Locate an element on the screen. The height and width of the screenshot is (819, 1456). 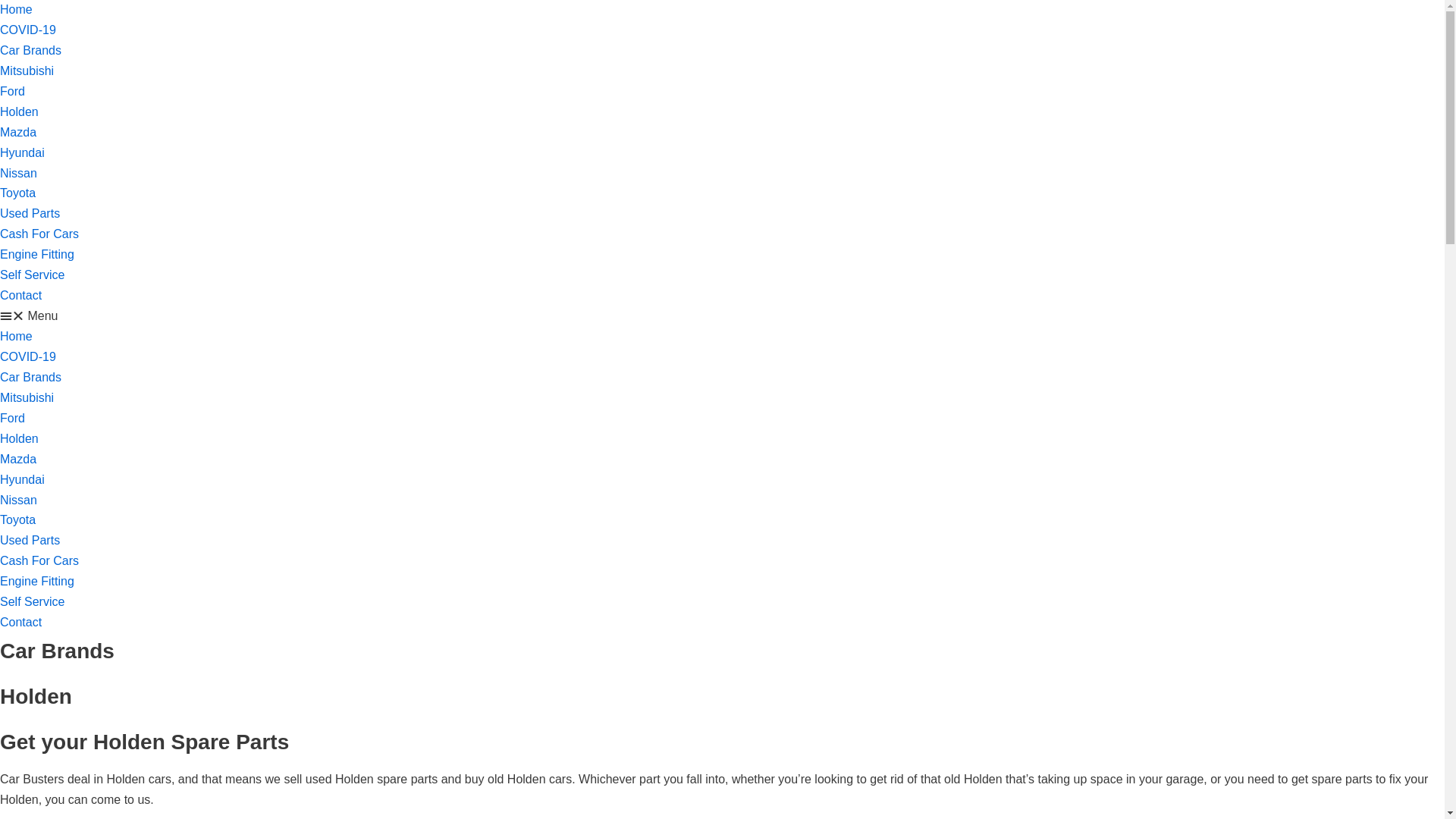
'Contact' is located at coordinates (20, 622).